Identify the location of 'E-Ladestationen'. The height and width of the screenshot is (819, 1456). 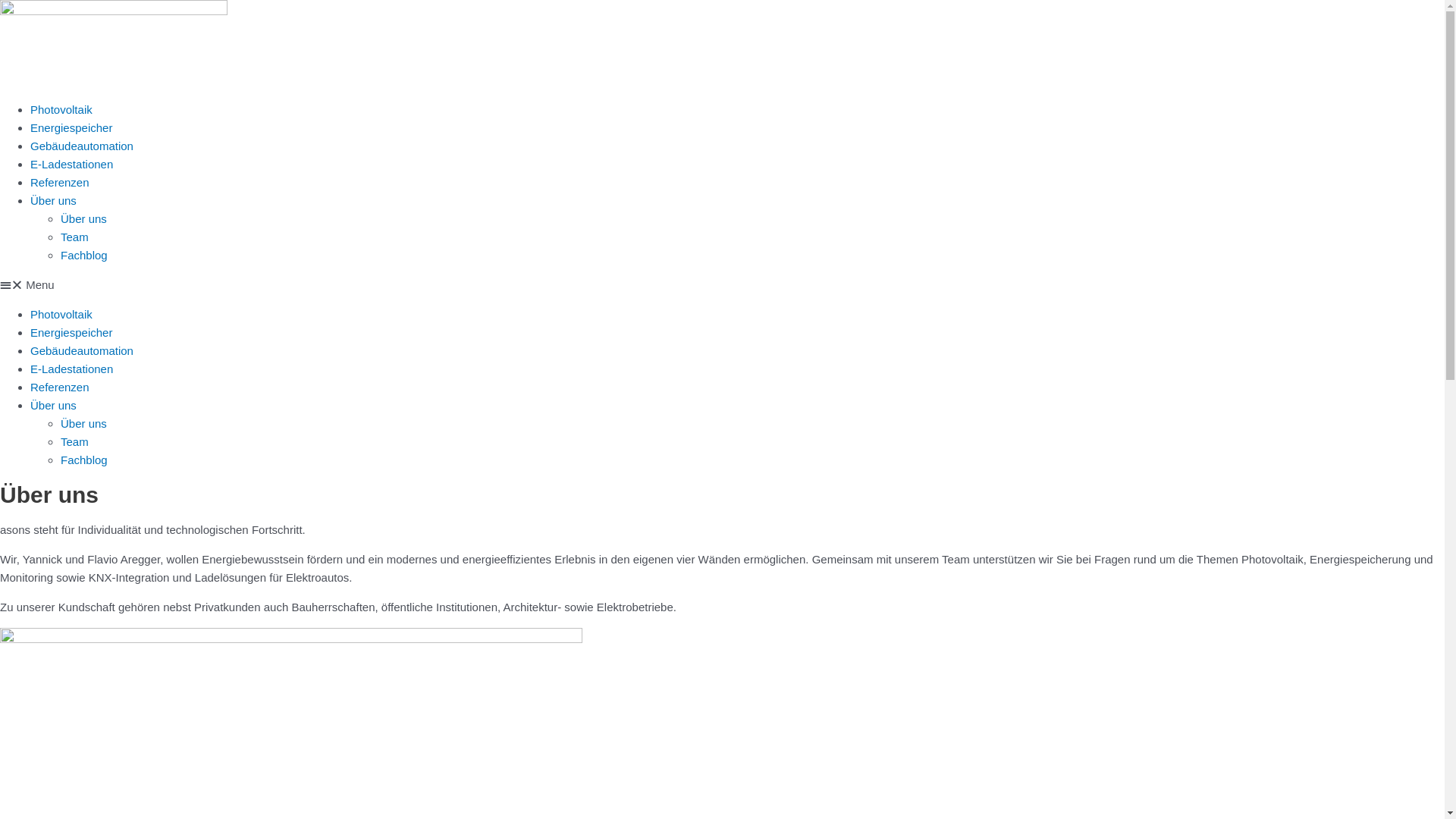
(30, 164).